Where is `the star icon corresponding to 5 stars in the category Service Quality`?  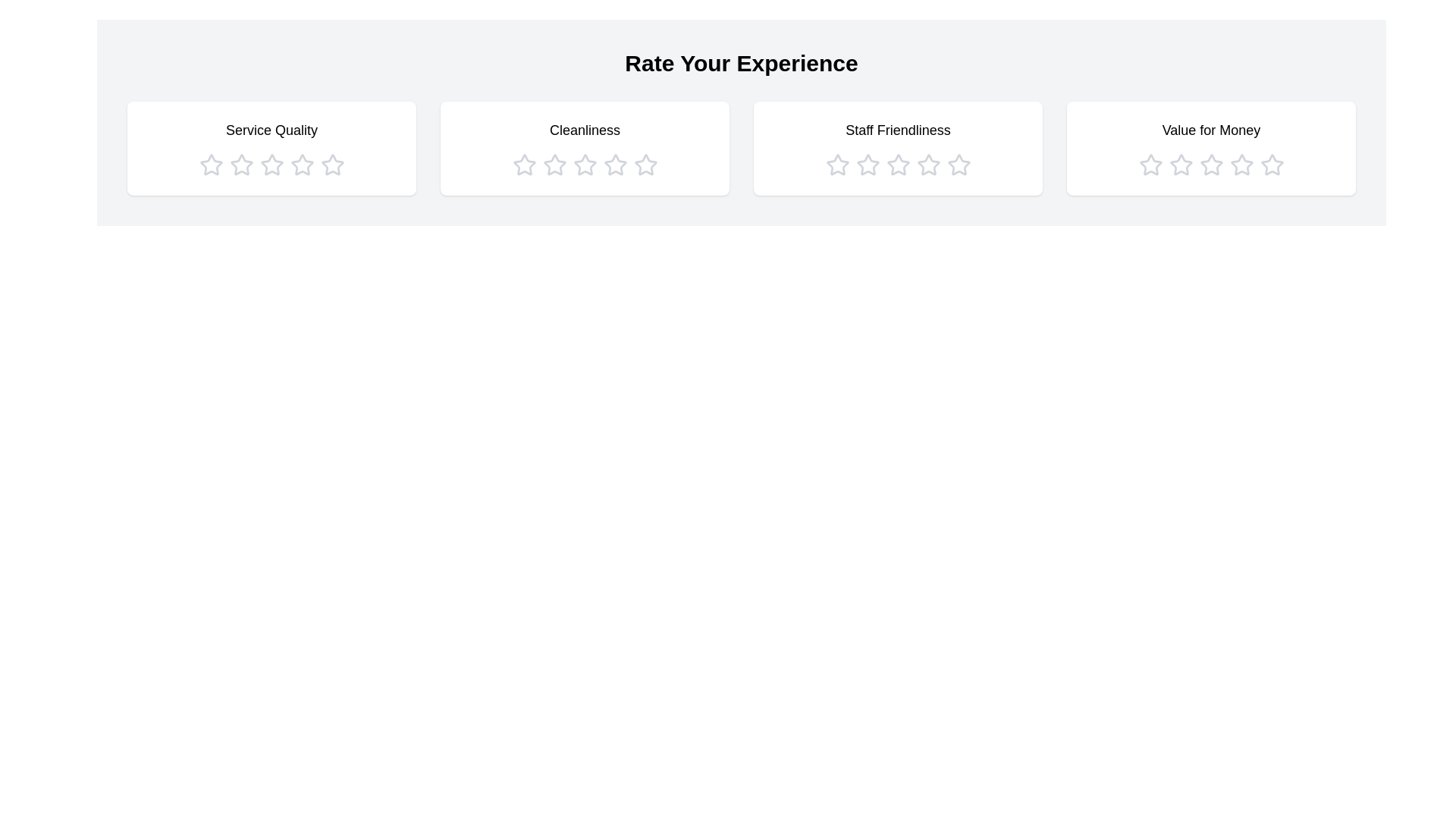
the star icon corresponding to 5 stars in the category Service Quality is located at coordinates (331, 165).